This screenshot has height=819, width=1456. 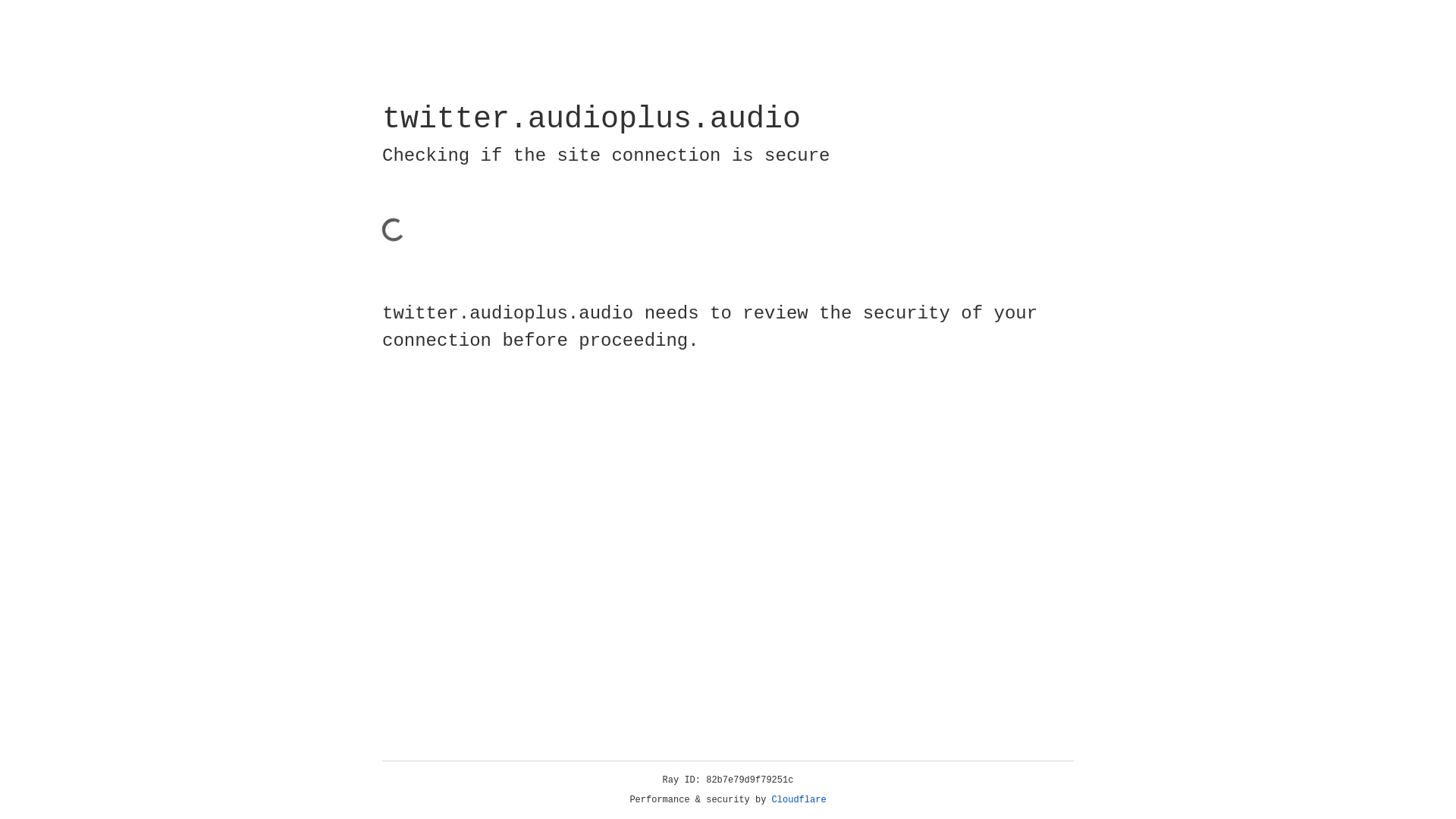 What do you see at coordinates (799, 799) in the screenshot?
I see `'Cloudflare'` at bounding box center [799, 799].